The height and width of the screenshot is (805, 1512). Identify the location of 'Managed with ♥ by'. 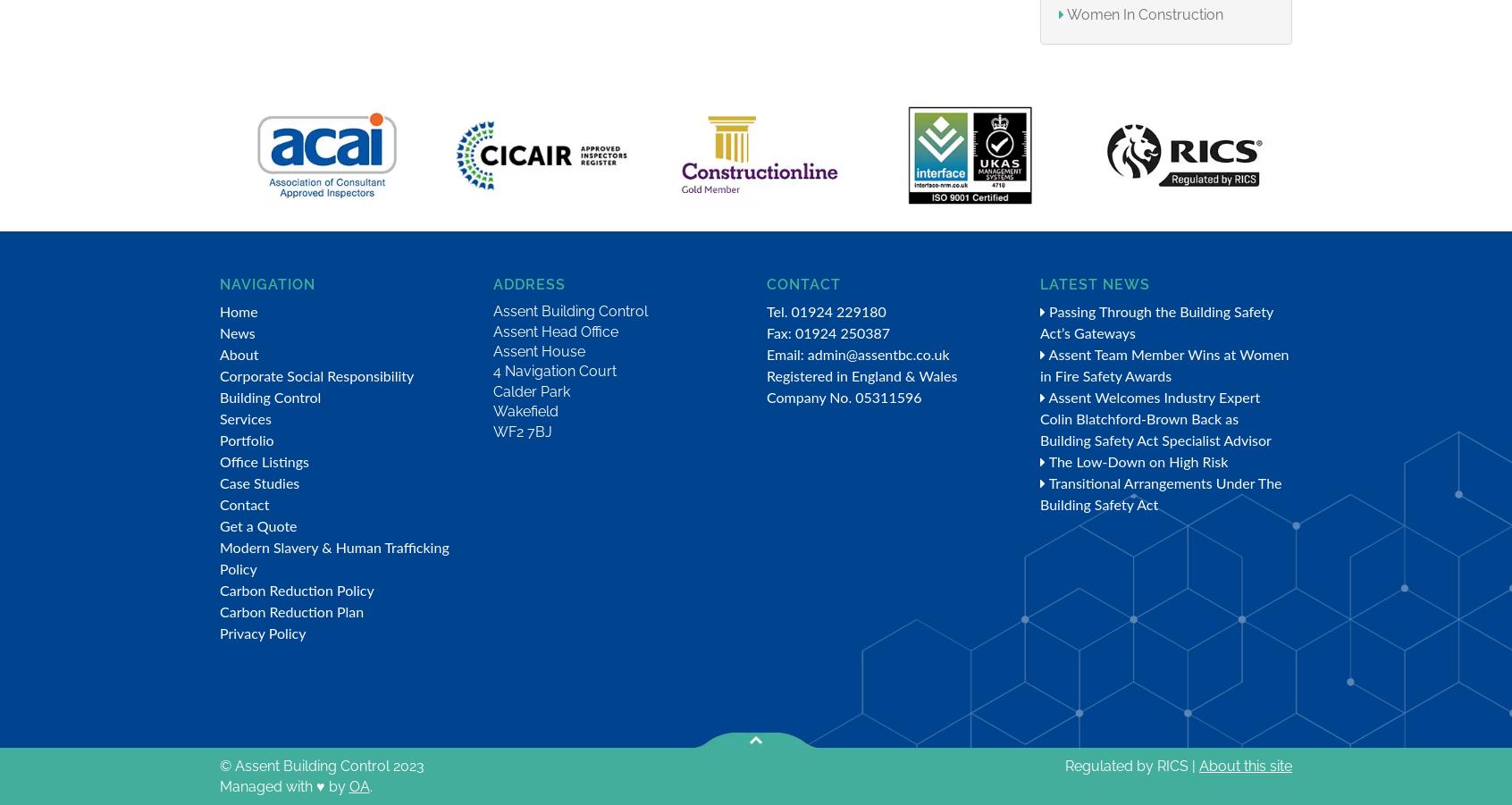
(282, 785).